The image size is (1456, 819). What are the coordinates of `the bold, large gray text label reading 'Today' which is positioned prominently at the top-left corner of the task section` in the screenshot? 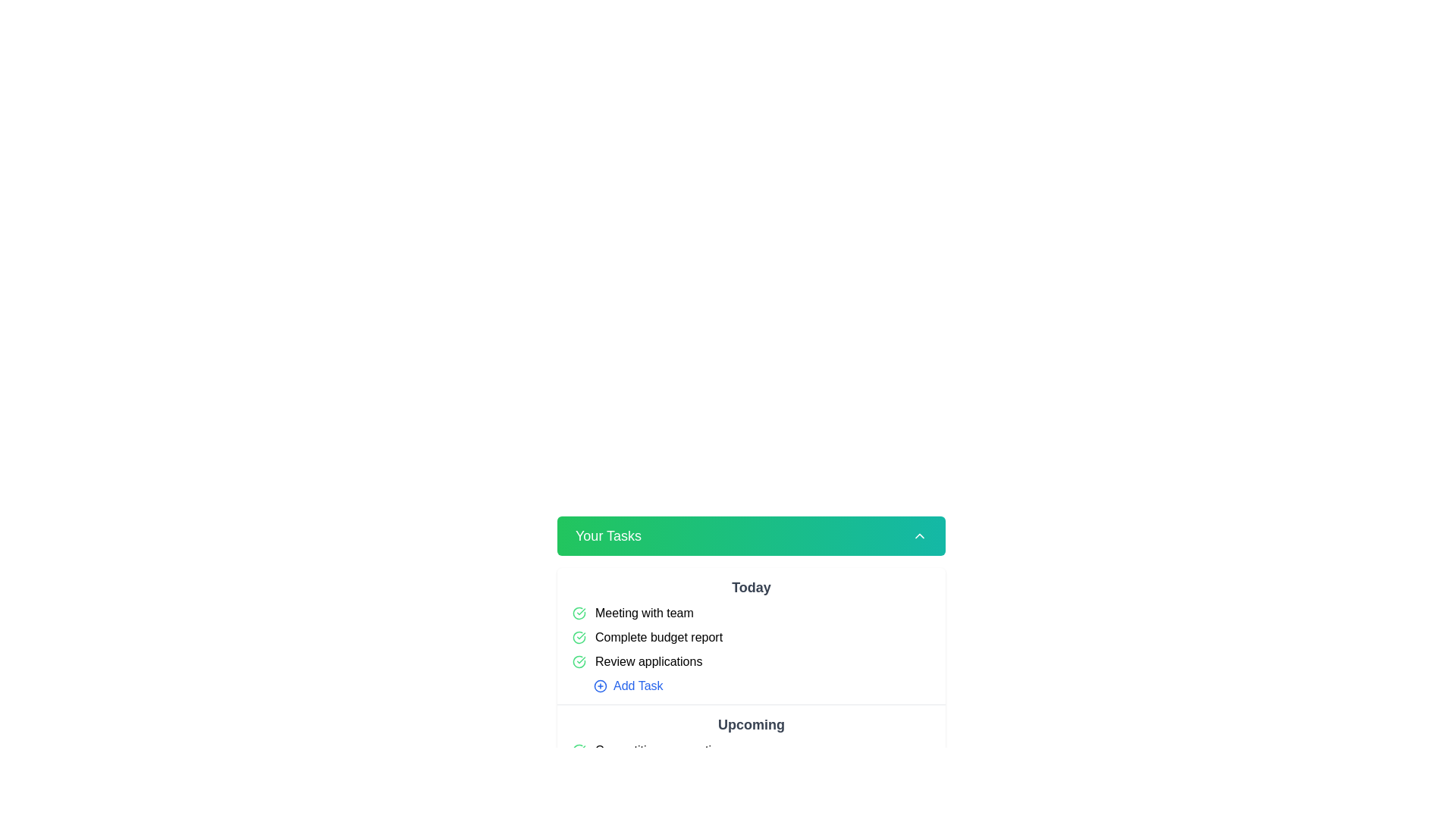 It's located at (751, 587).